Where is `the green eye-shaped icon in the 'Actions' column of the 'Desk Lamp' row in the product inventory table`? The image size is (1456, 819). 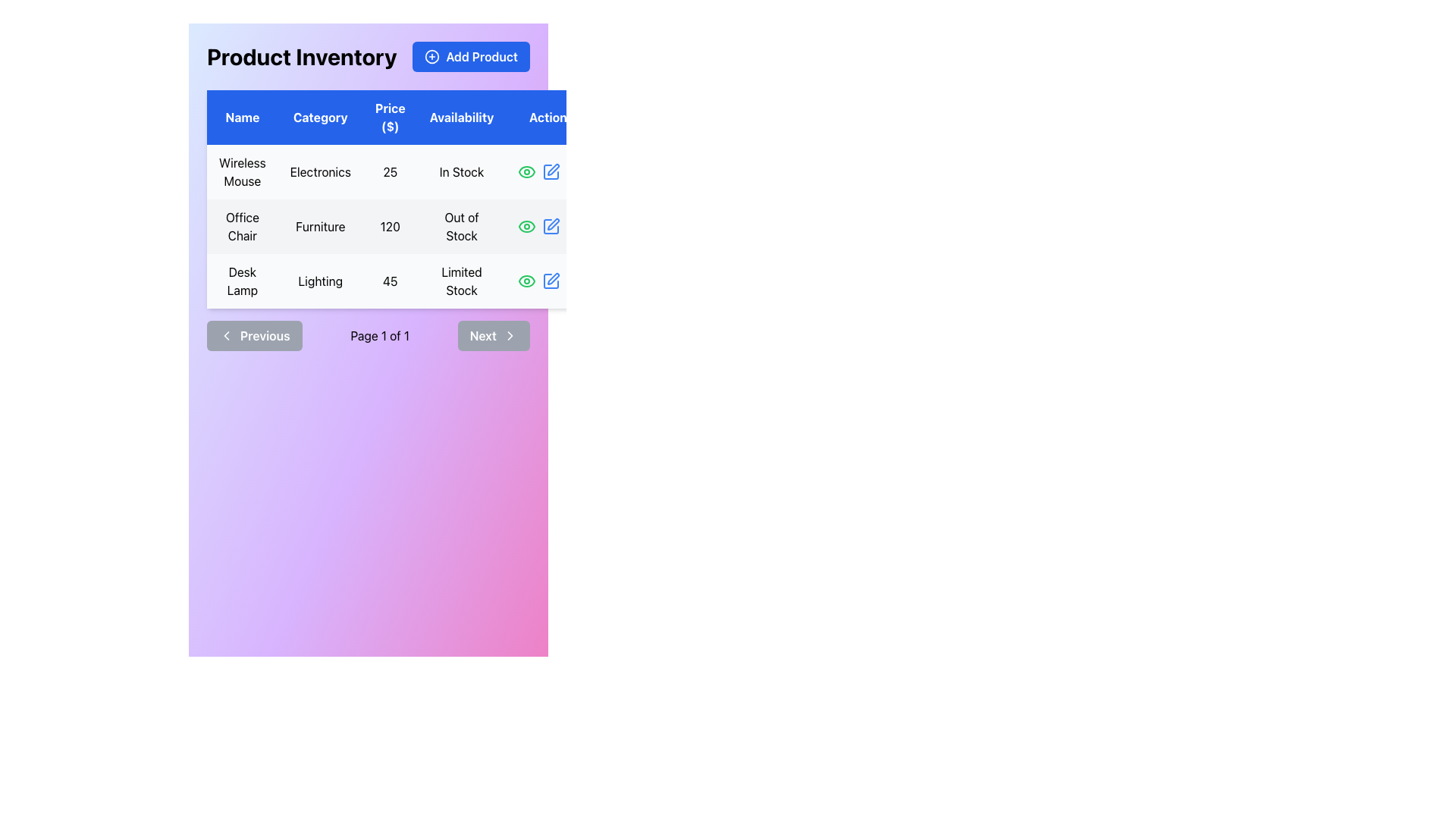 the green eye-shaped icon in the 'Actions' column of the 'Desk Lamp' row in the product inventory table is located at coordinates (527, 281).